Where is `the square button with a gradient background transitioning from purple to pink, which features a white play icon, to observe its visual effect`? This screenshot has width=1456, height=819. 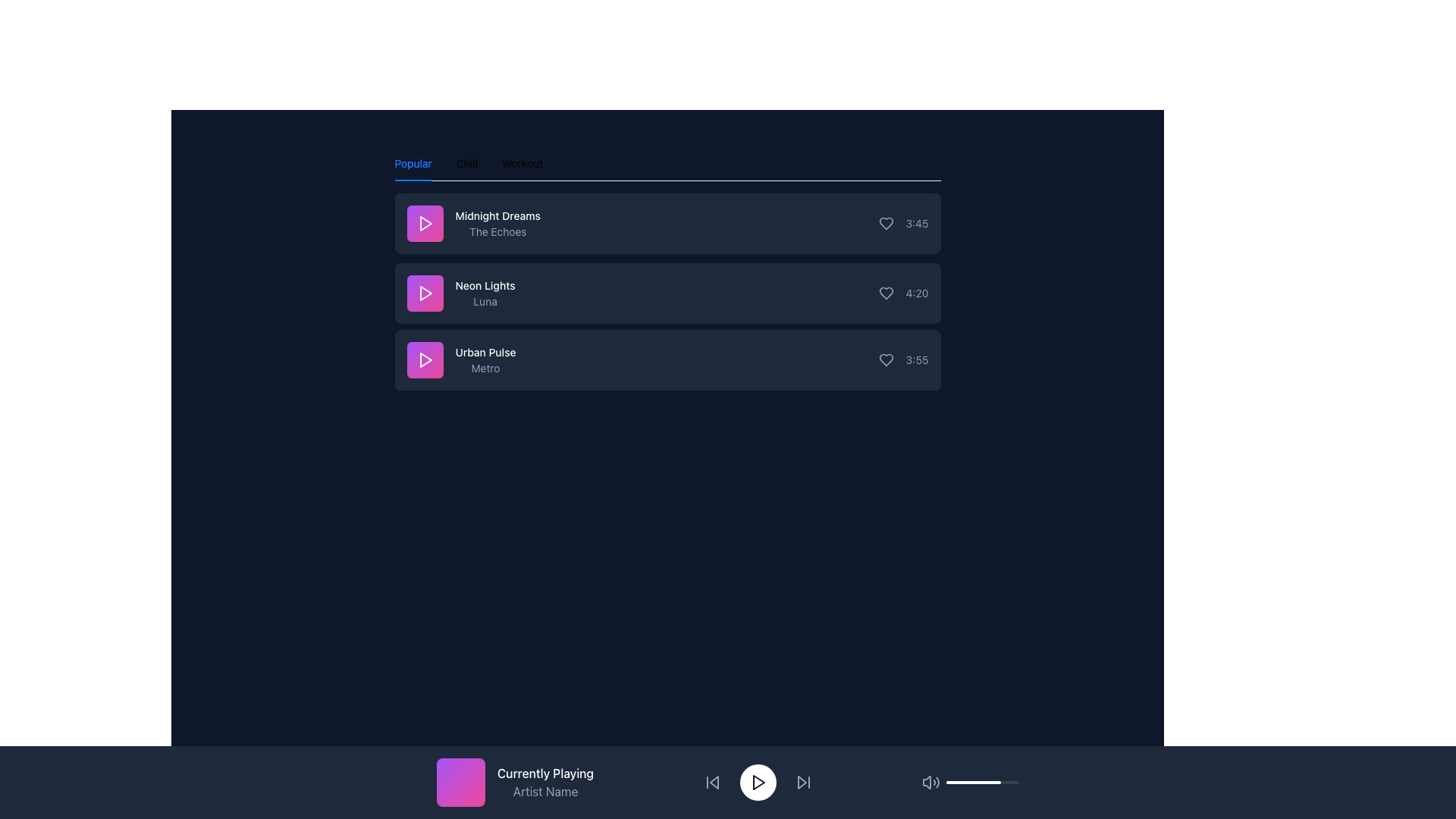 the square button with a gradient background transitioning from purple to pink, which features a white play icon, to observe its visual effect is located at coordinates (425, 359).